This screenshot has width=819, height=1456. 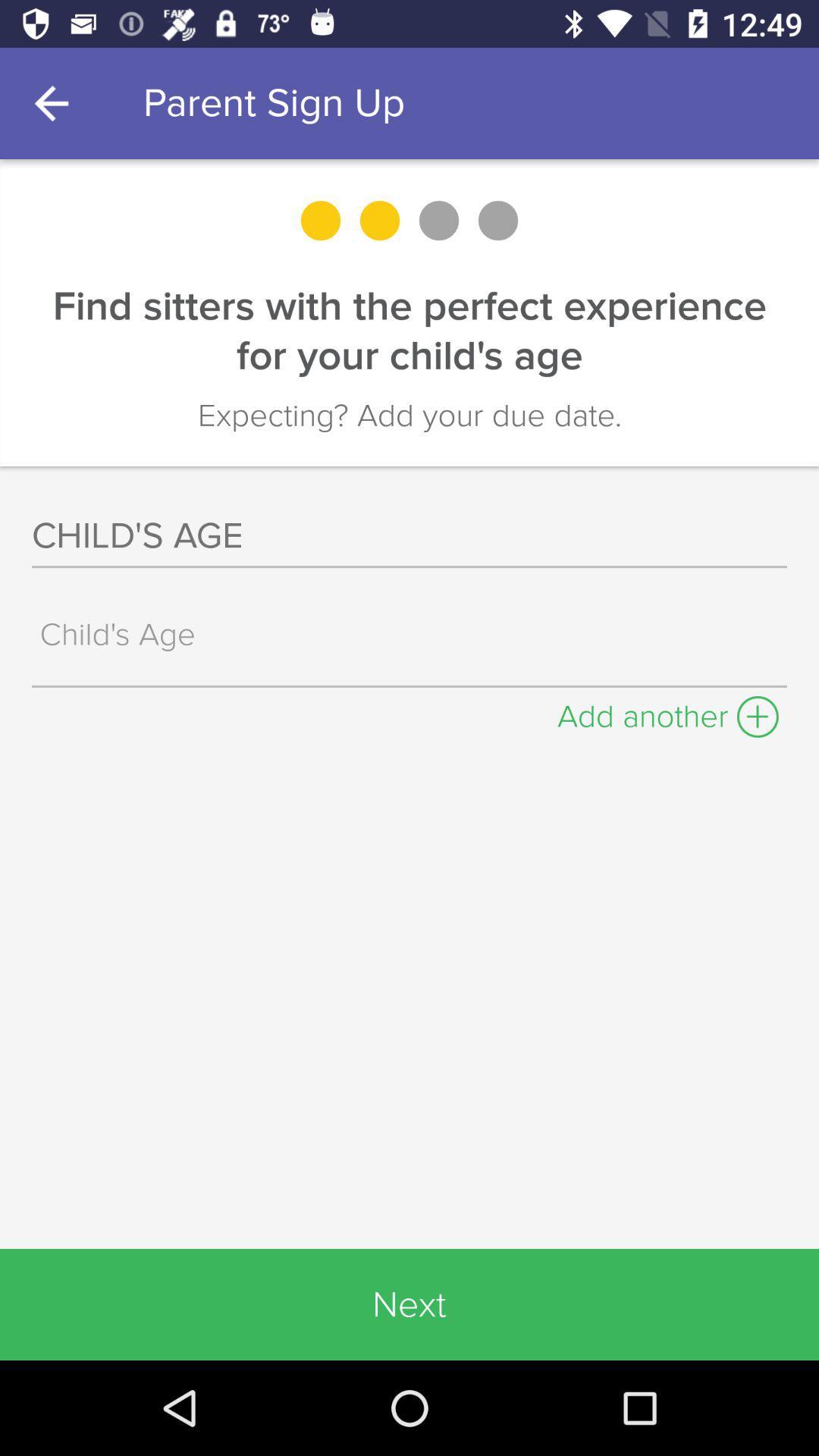 I want to click on child 's age, so click(x=413, y=634).